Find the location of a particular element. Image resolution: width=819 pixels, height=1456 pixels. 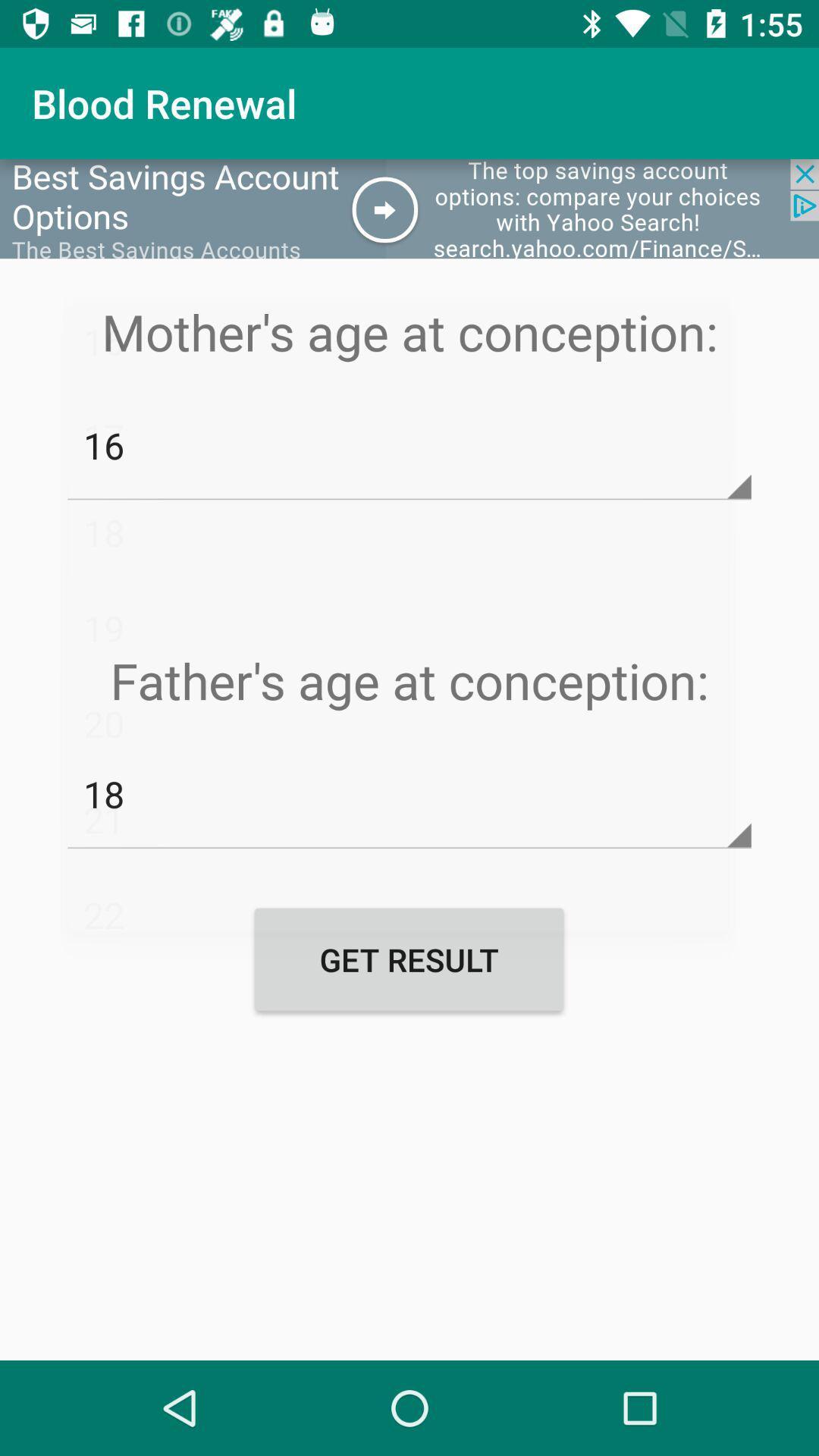

web add is located at coordinates (409, 208).